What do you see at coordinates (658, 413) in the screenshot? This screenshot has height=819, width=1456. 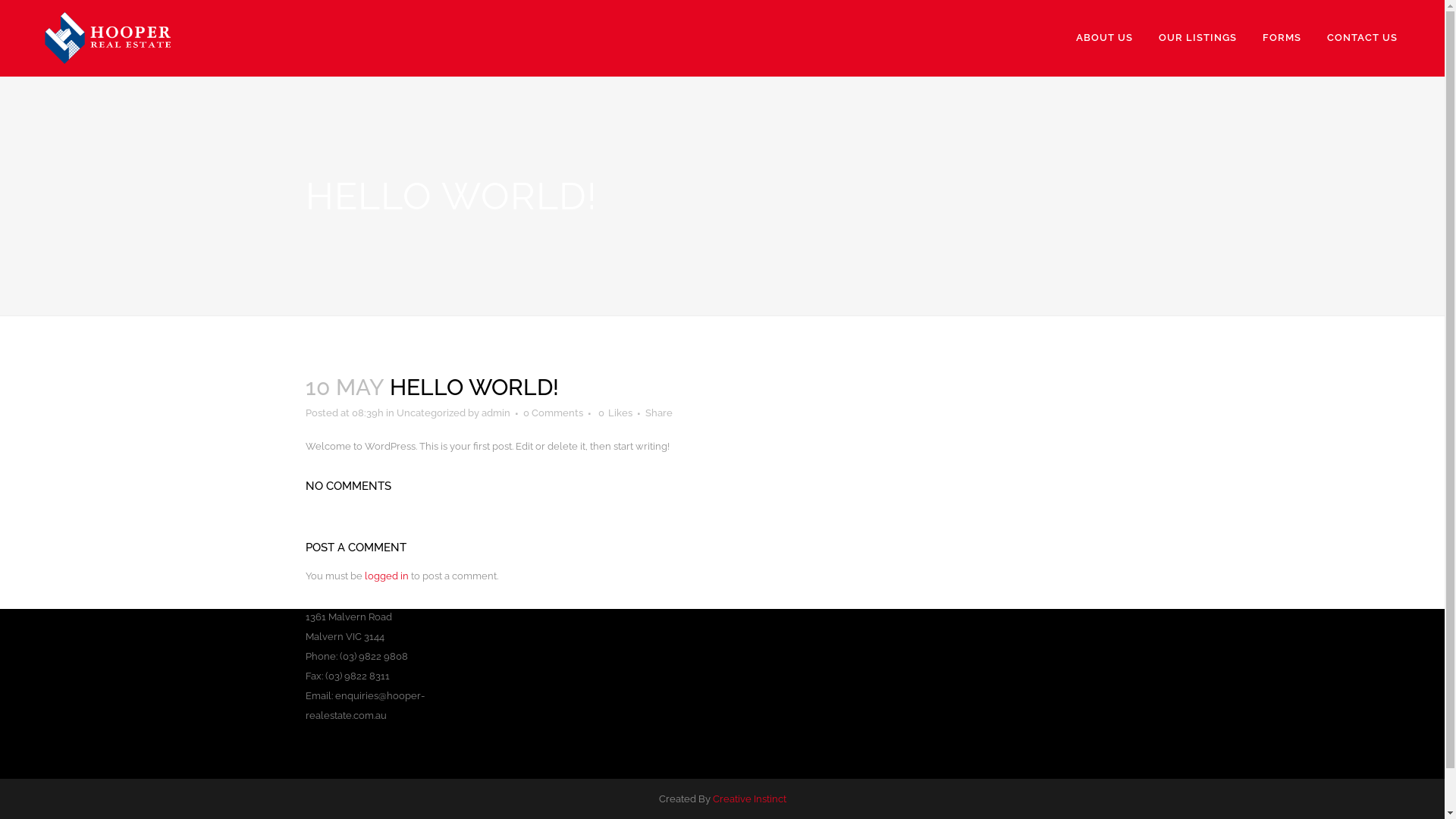 I see `'Share'` at bounding box center [658, 413].